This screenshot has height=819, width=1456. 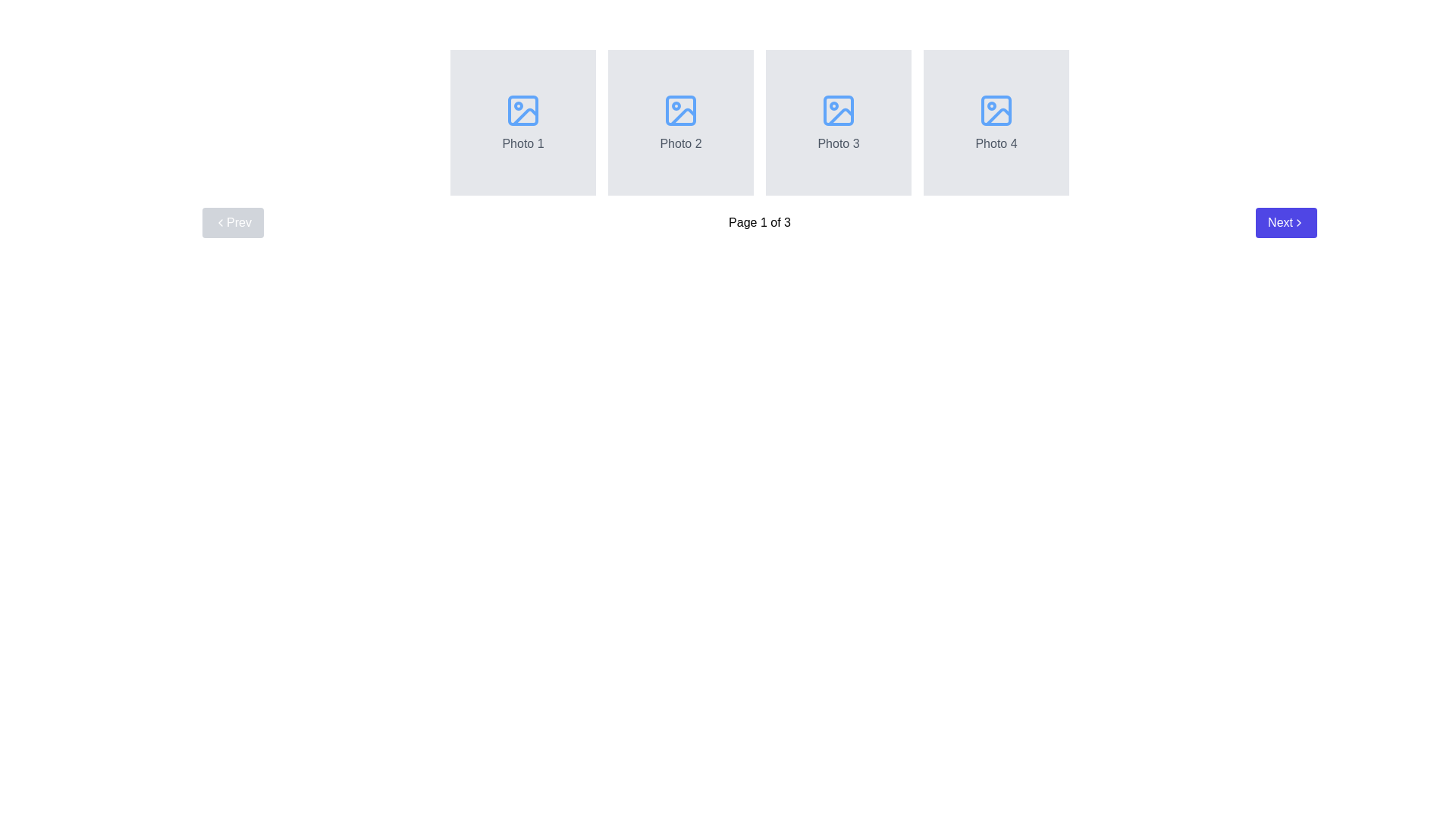 What do you see at coordinates (837, 110) in the screenshot?
I see `the 'Photo 3' icon, which is the third icon in a horizontally aligned list of four icons` at bounding box center [837, 110].